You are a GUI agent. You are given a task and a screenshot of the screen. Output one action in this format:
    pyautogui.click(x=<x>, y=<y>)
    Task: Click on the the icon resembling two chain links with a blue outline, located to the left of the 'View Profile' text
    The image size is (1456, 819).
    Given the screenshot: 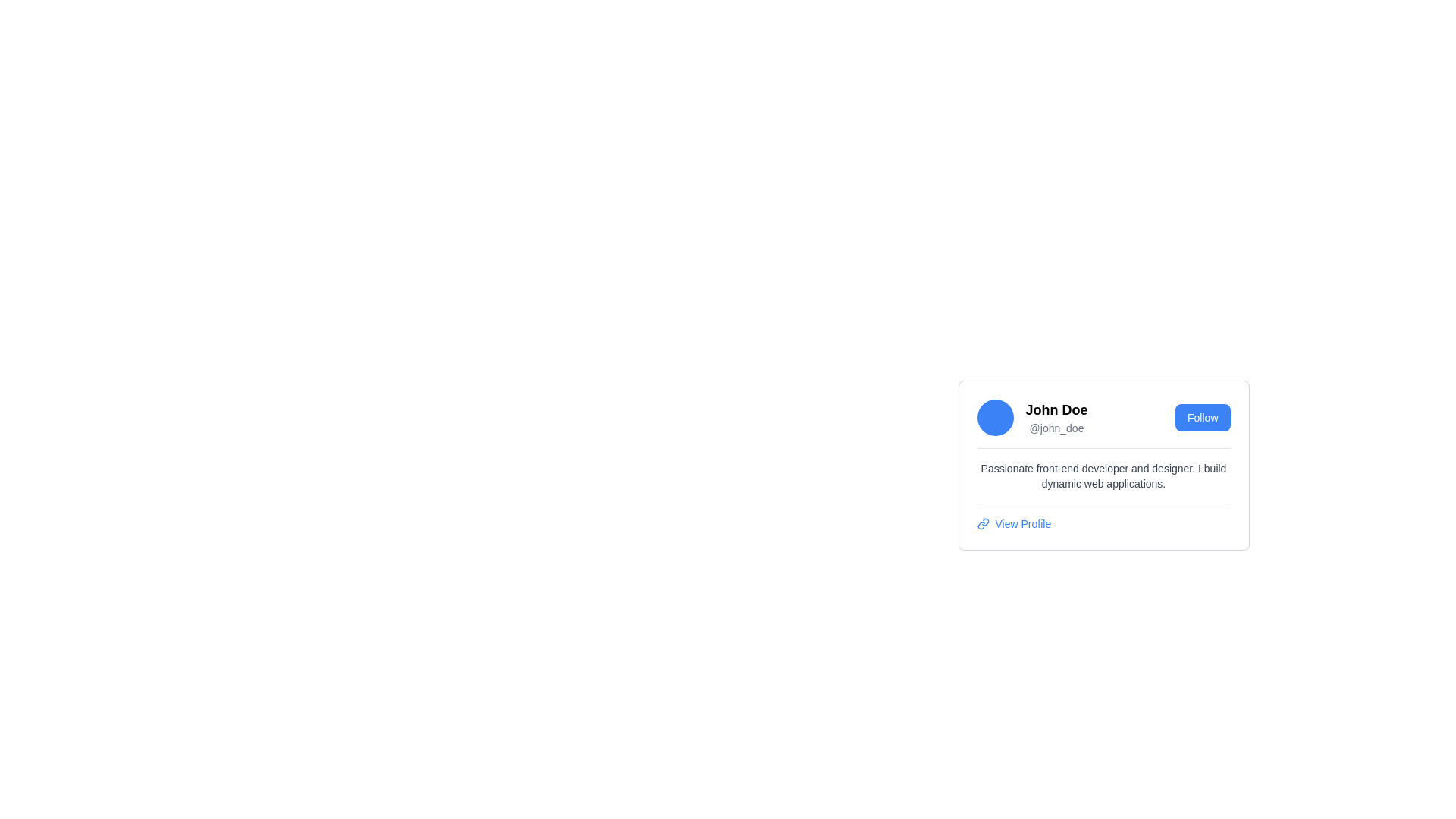 What is the action you would take?
    pyautogui.click(x=983, y=522)
    